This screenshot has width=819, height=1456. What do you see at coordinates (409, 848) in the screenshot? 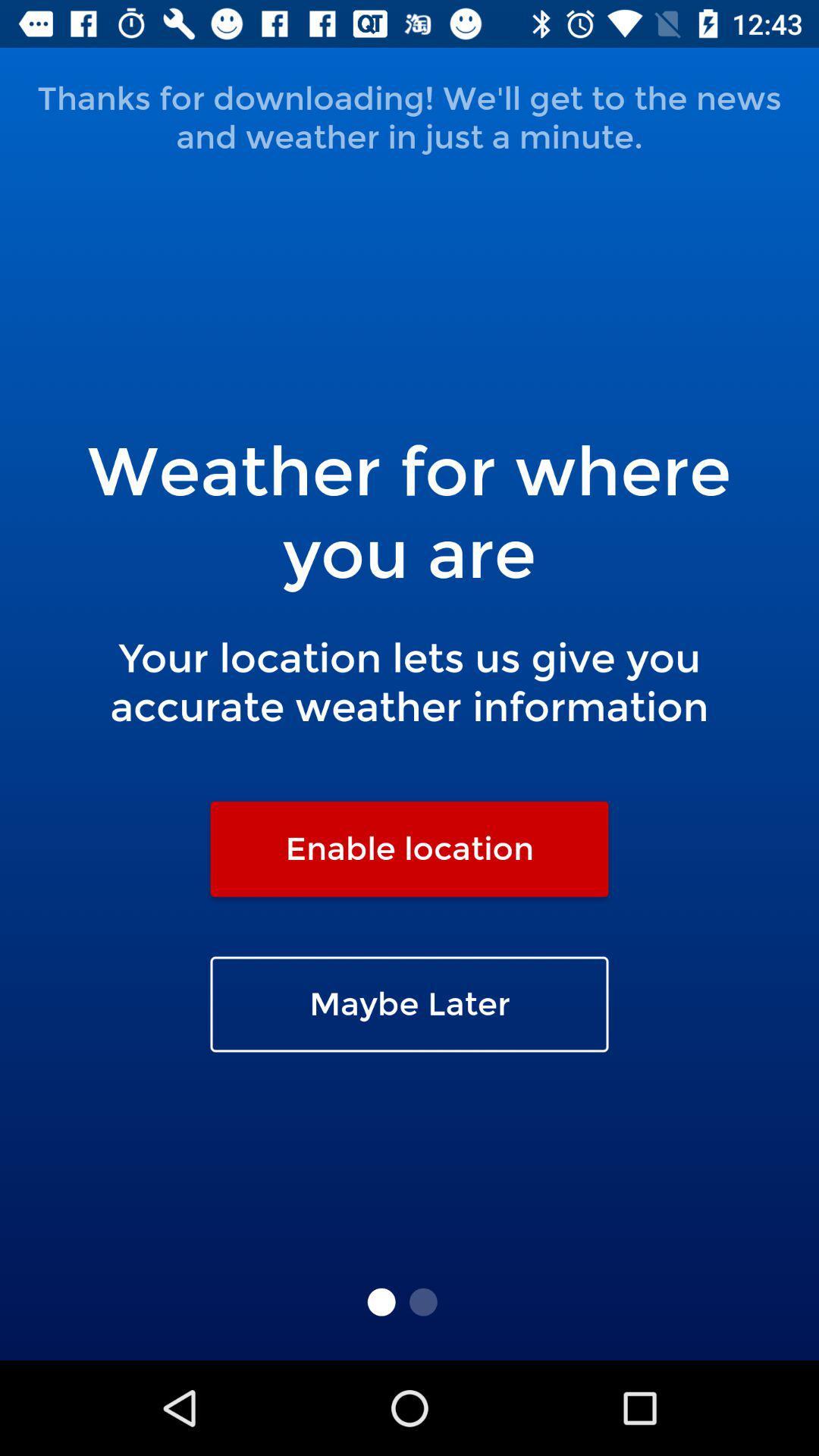
I see `enable location icon` at bounding box center [409, 848].